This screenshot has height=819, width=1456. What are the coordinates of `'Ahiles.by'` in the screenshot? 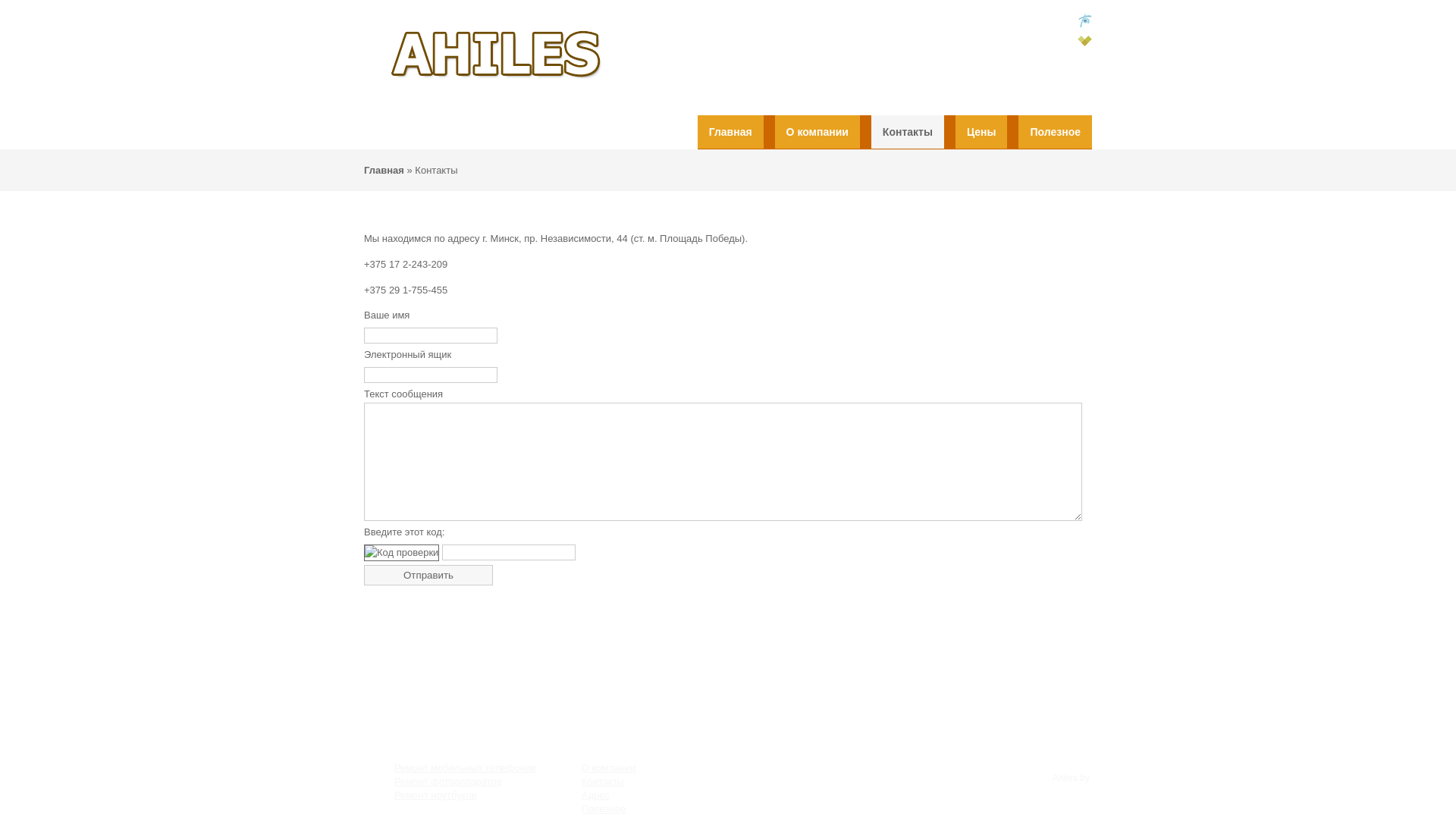 It's located at (1070, 778).